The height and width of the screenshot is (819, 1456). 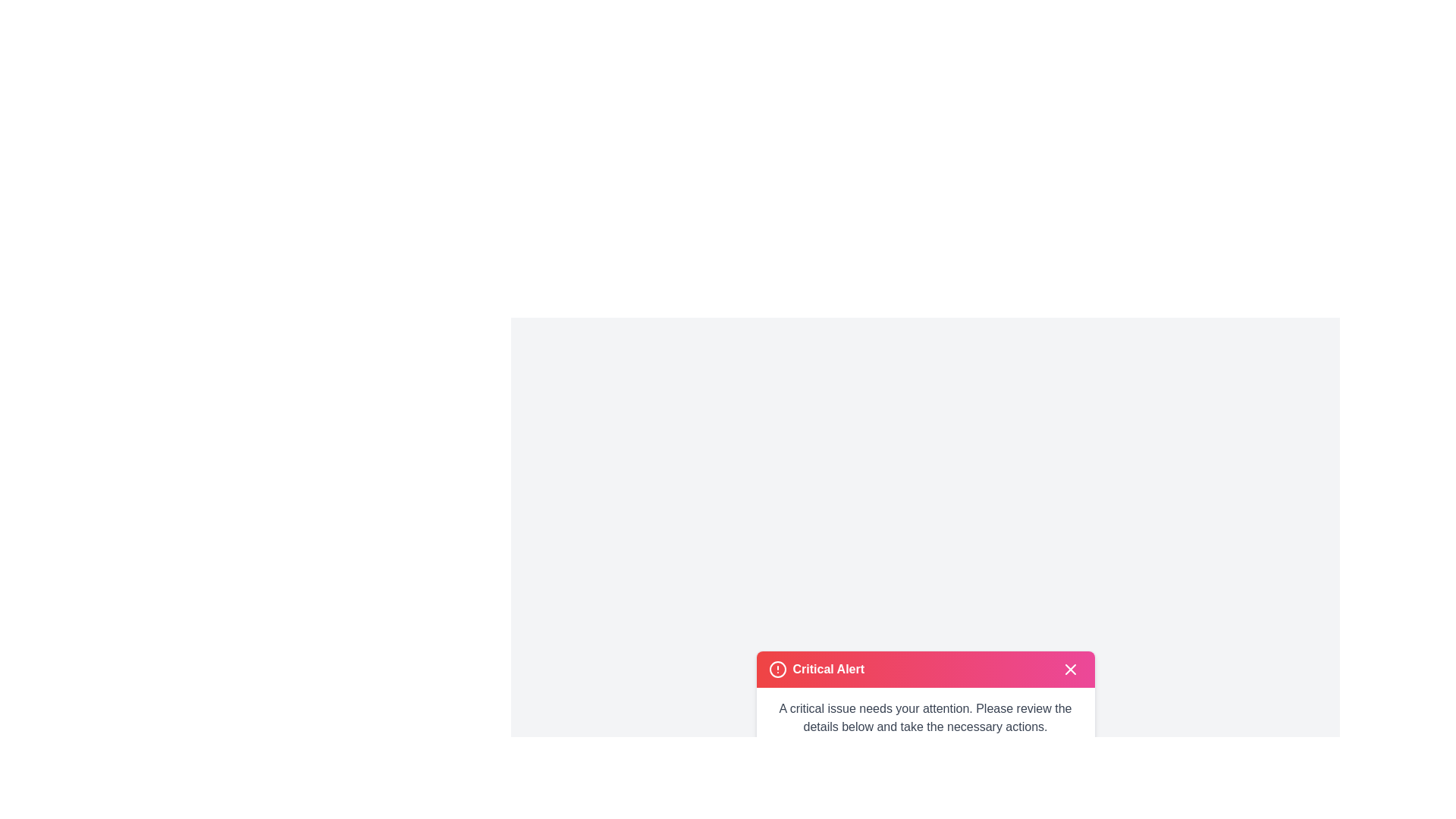 What do you see at coordinates (924, 668) in the screenshot?
I see `the Notification banner element with the text 'Critical Alert' and a gradient background transitioning from red to pink` at bounding box center [924, 668].